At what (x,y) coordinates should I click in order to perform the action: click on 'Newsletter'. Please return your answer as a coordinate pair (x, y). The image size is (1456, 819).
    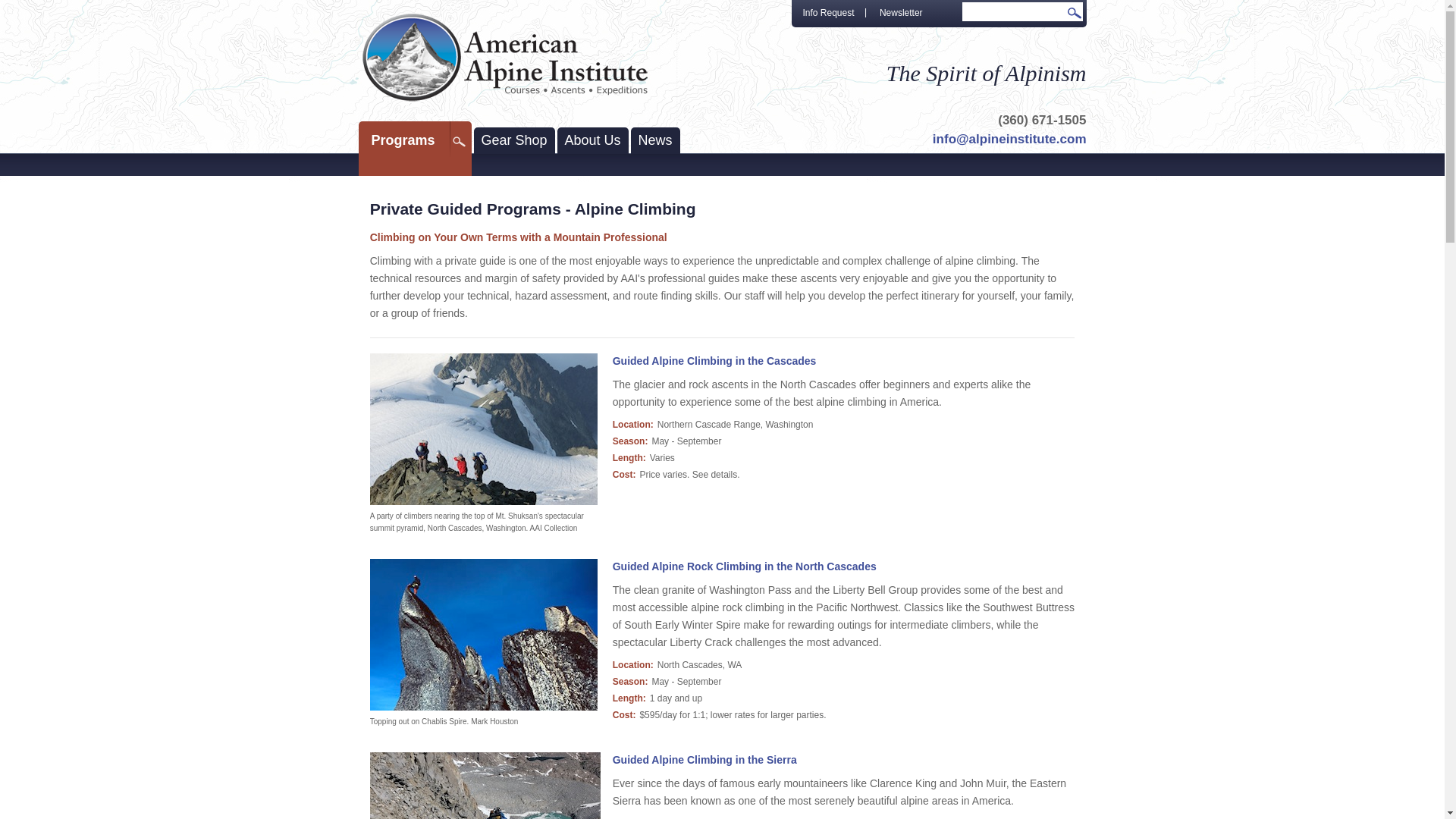
    Looking at the image, I should click on (901, 14).